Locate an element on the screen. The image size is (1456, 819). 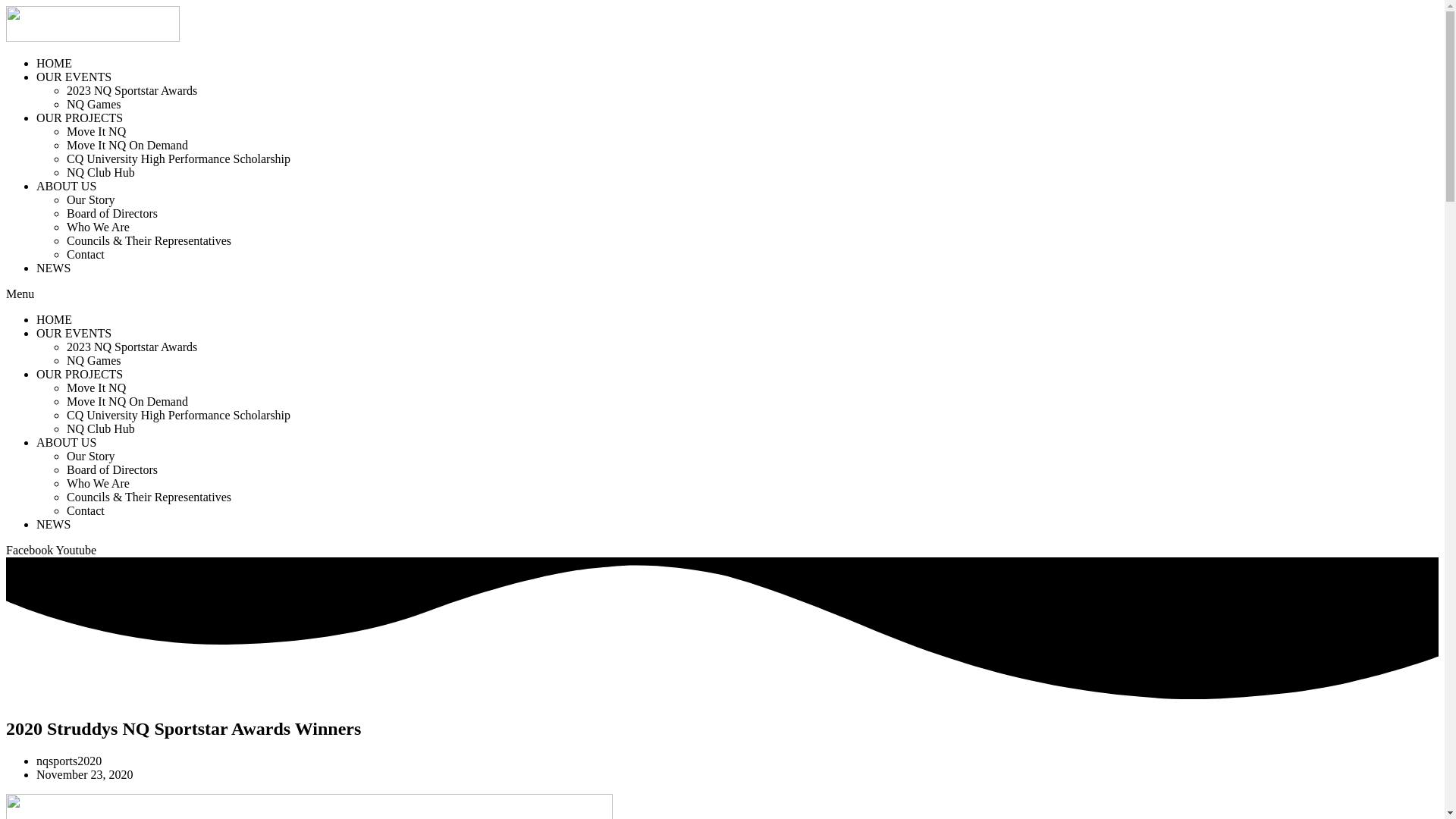
'Who We Are' is located at coordinates (97, 483).